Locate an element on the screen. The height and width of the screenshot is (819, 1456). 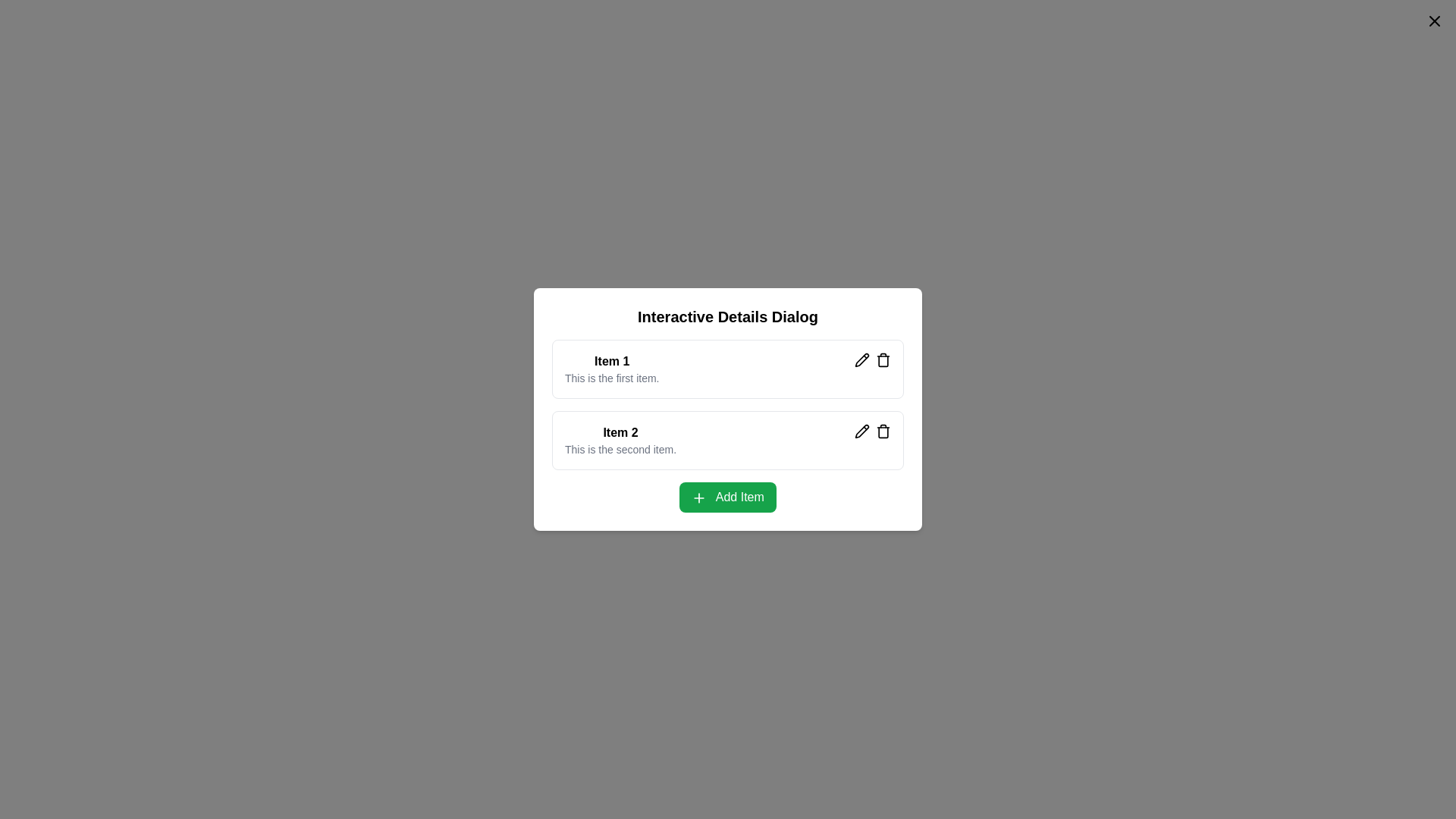
the static text element displaying 'This is the first item.' which is located below the title 'Item 1' in the dialog box is located at coordinates (612, 377).